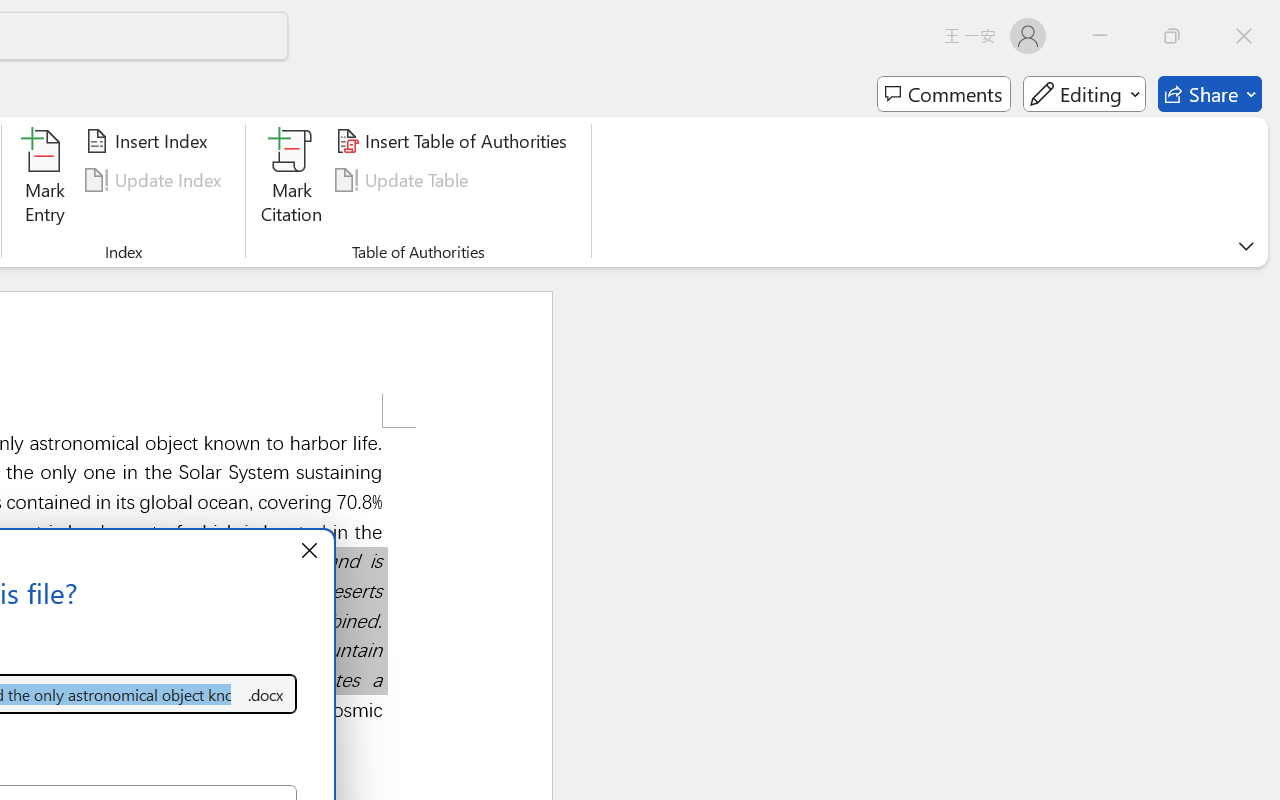 The height and width of the screenshot is (800, 1280). What do you see at coordinates (291, 179) in the screenshot?
I see `'Mark Citation...'` at bounding box center [291, 179].